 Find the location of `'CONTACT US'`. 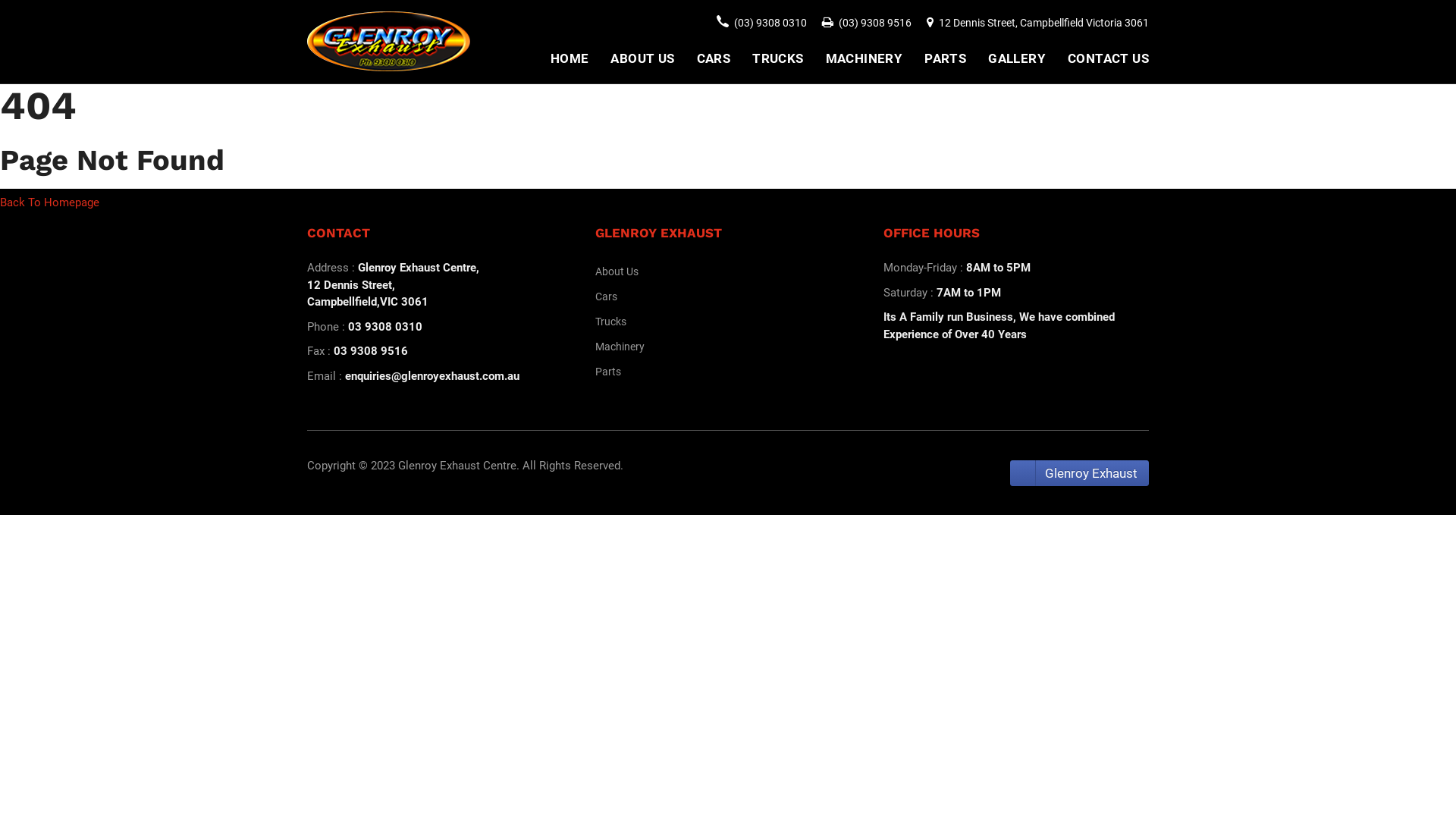

'CONTACT US' is located at coordinates (1108, 58).